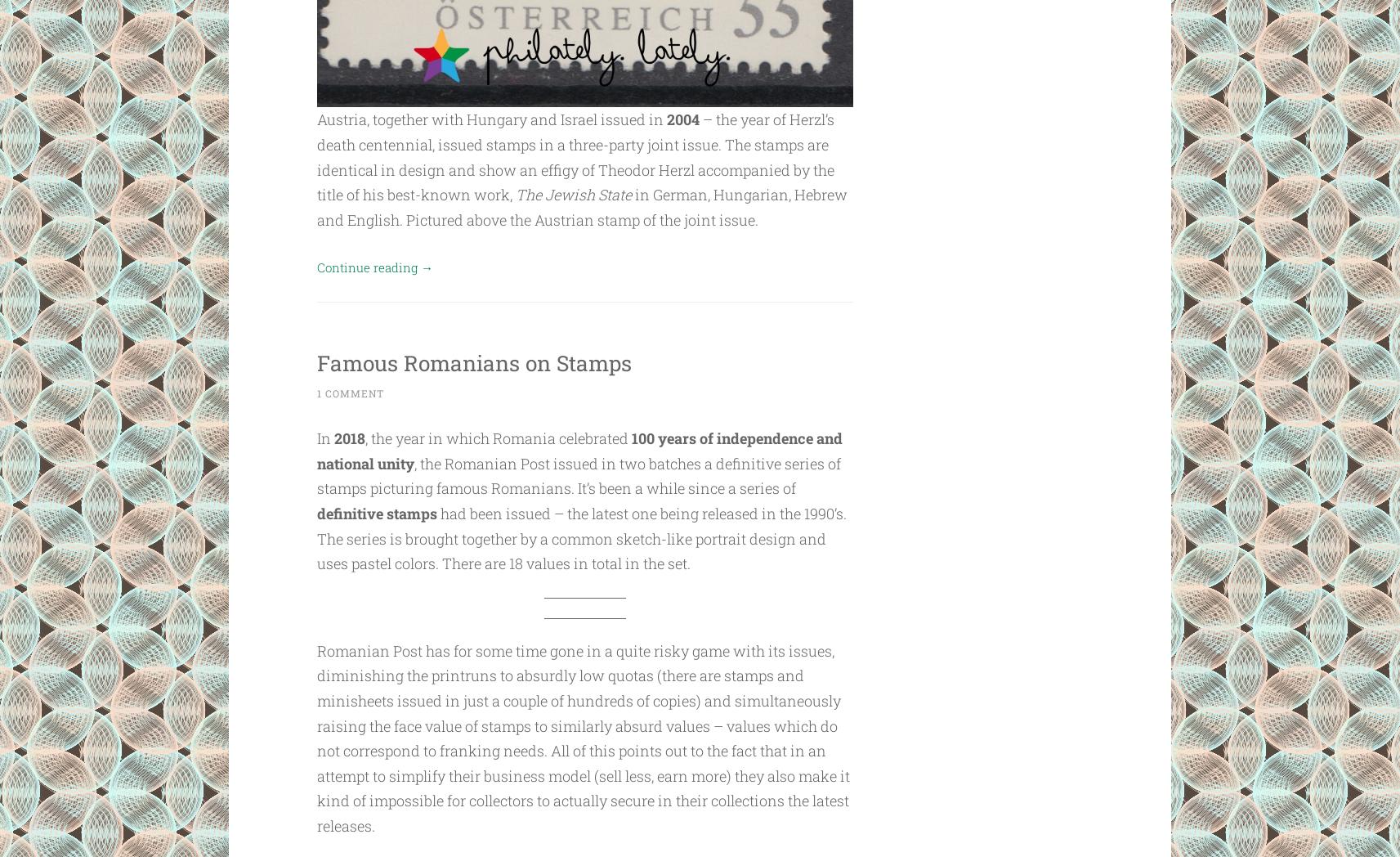 Image resolution: width=1400 pixels, height=857 pixels. I want to click on 'Continue reading', so click(378, 267).